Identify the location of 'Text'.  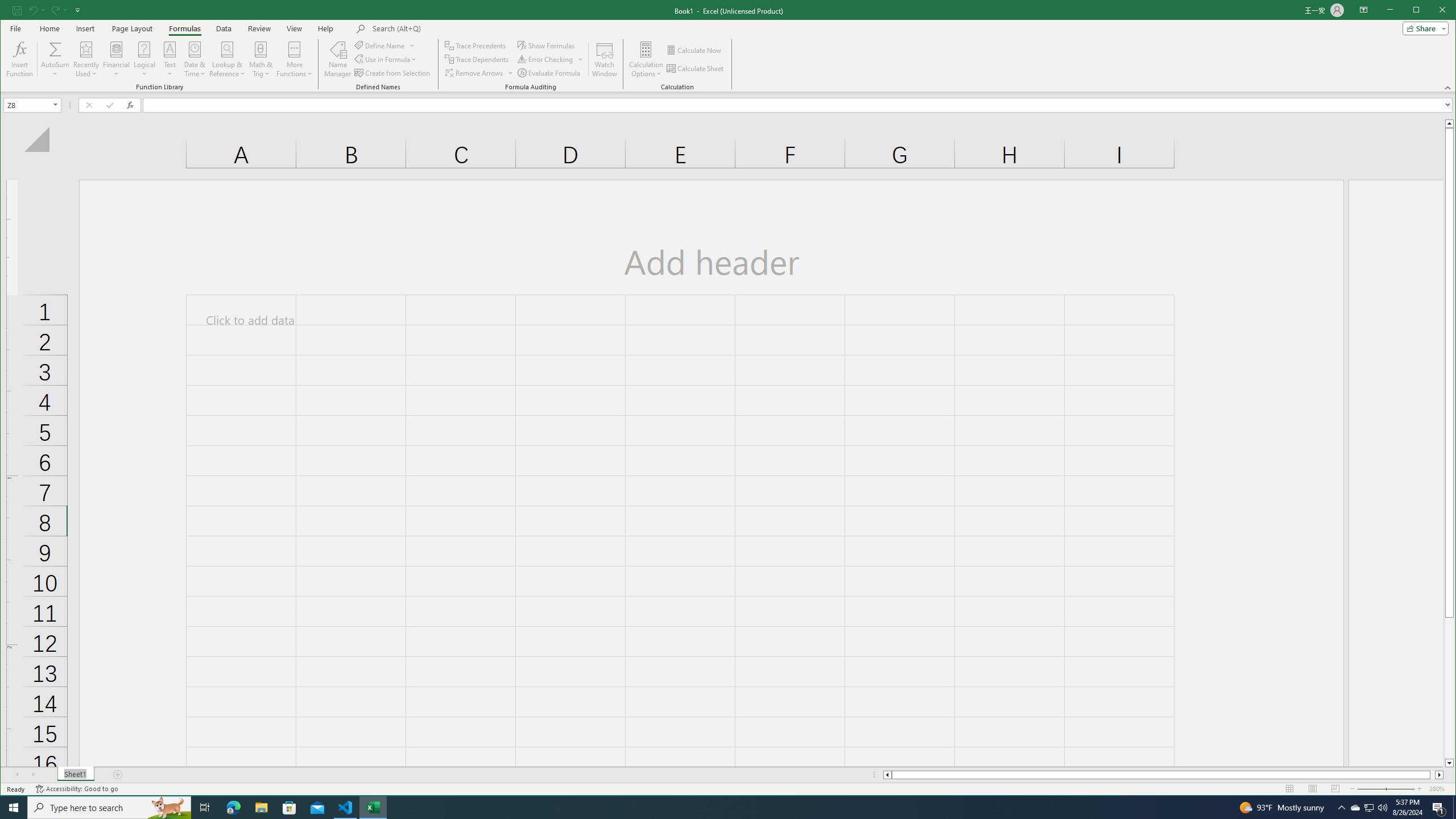
(169, 59).